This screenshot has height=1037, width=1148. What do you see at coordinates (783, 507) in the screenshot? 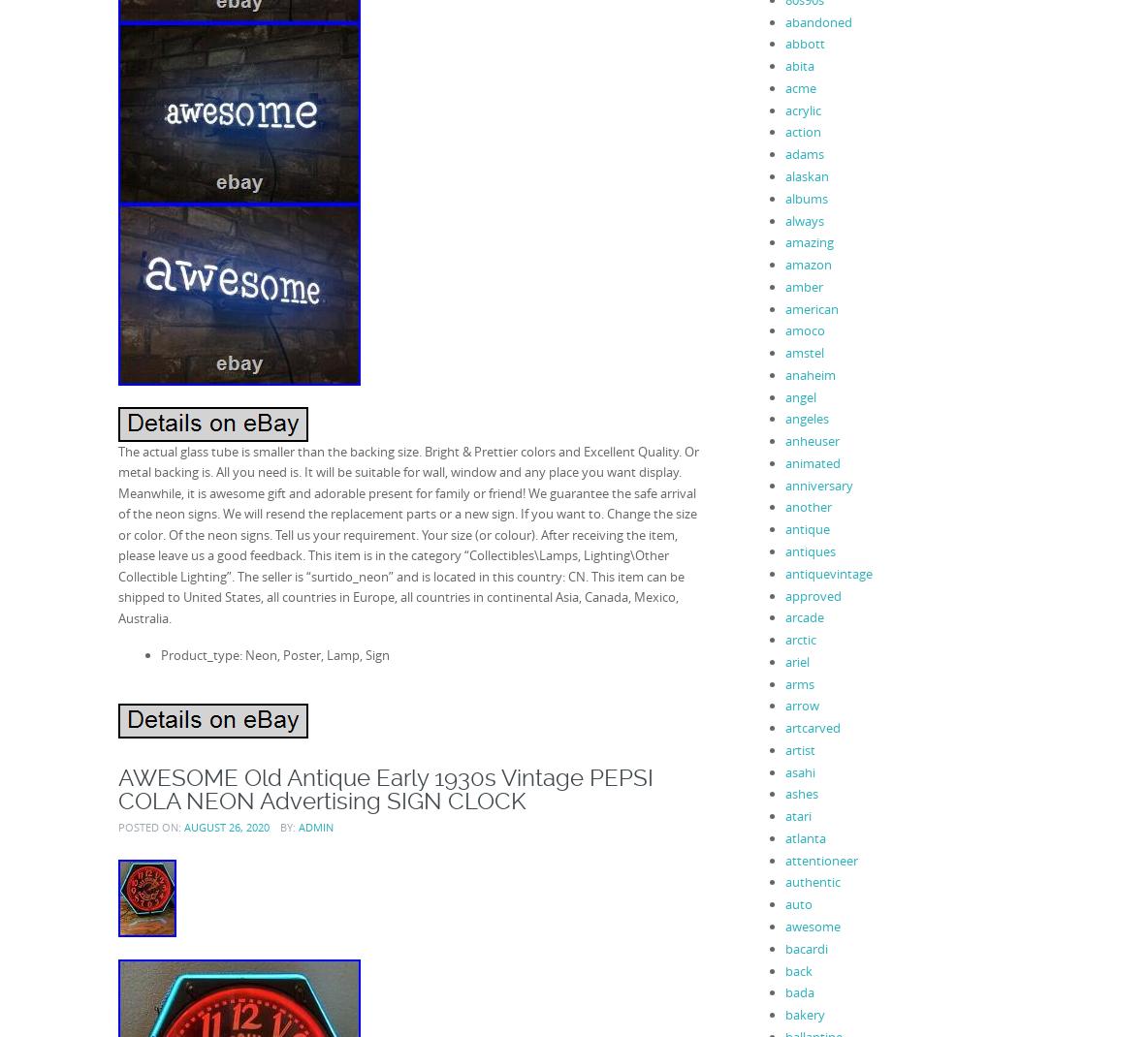
I see `'another'` at bounding box center [783, 507].